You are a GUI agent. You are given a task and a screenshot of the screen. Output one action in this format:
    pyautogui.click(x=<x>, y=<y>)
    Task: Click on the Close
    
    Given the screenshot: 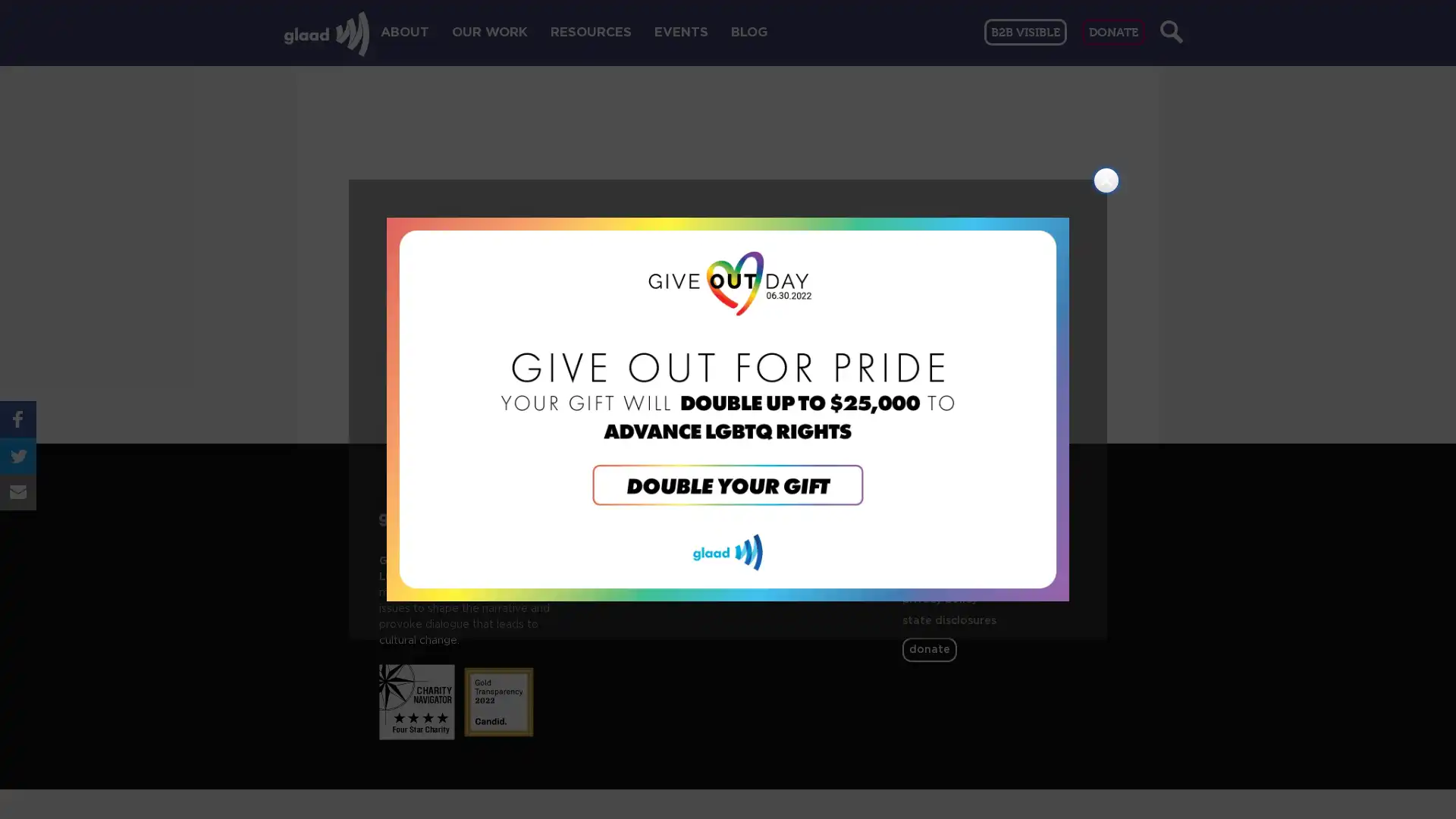 What is the action you would take?
    pyautogui.click(x=1106, y=180)
    